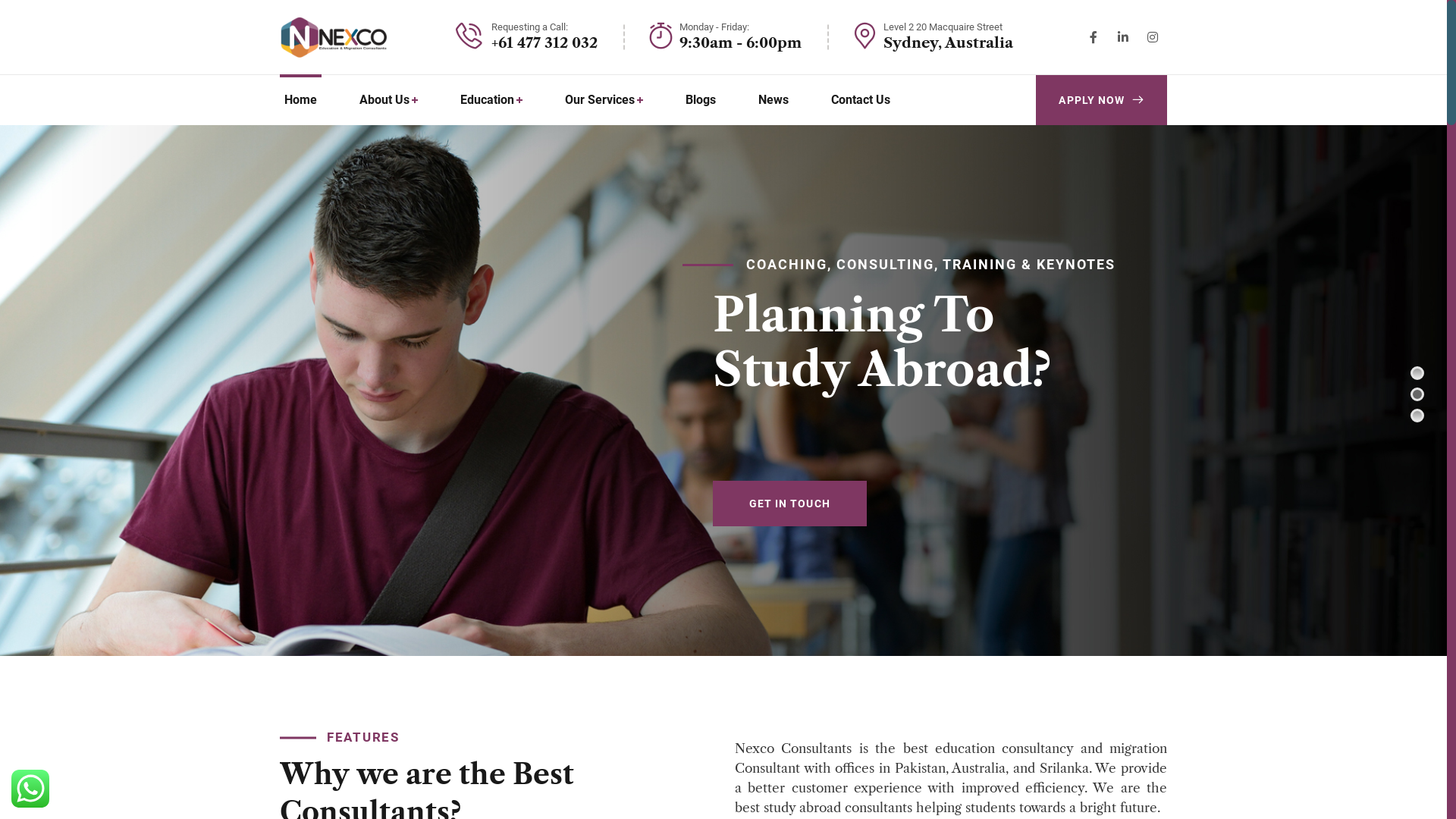 This screenshot has width=1456, height=819. I want to click on 'APPLY NOW', so click(1101, 99).